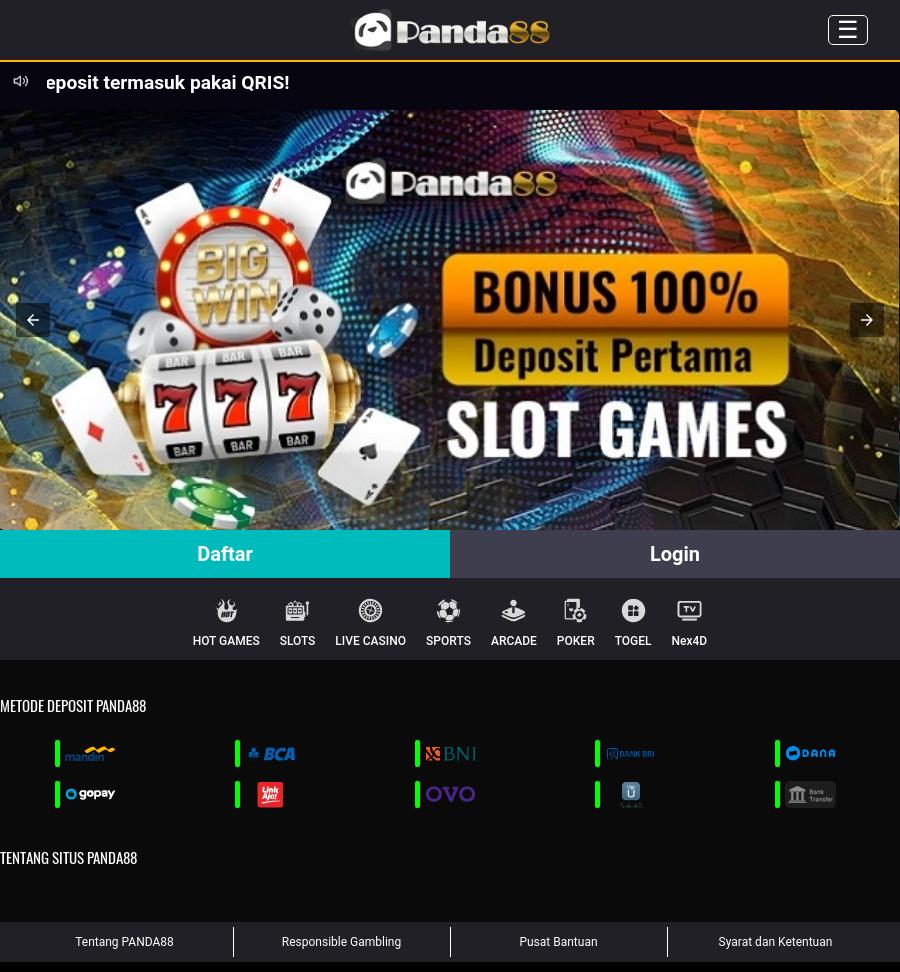  I want to click on 'Responsible Gambling', so click(341, 940).